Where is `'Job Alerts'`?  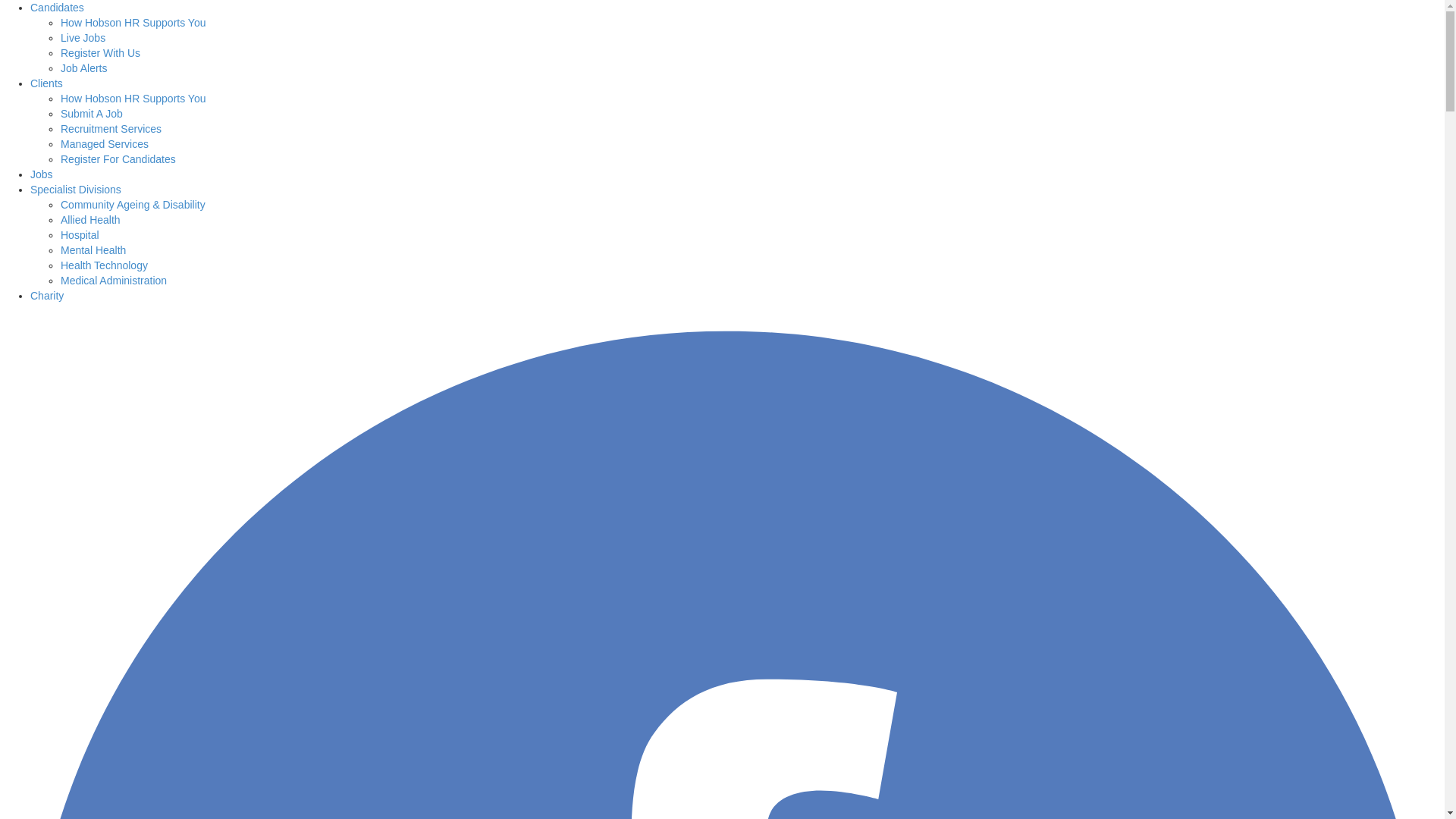
'Job Alerts' is located at coordinates (83, 67).